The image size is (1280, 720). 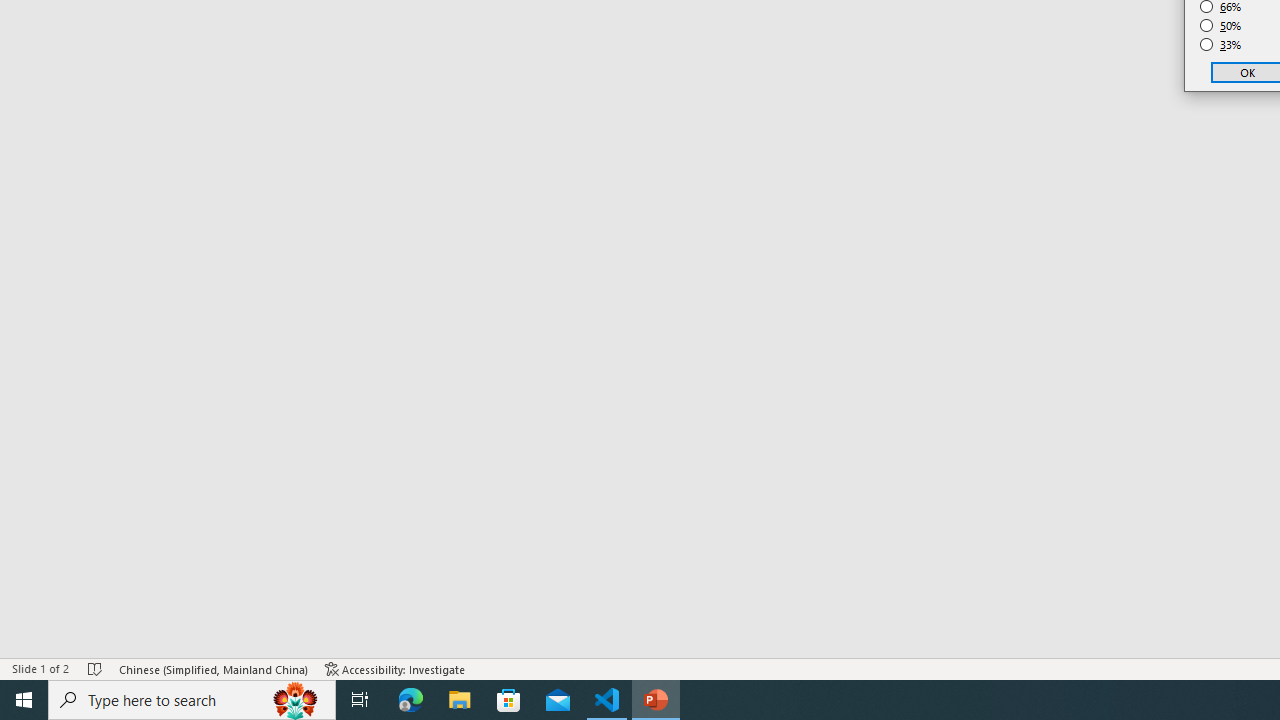 What do you see at coordinates (359, 698) in the screenshot?
I see `'Task View'` at bounding box center [359, 698].